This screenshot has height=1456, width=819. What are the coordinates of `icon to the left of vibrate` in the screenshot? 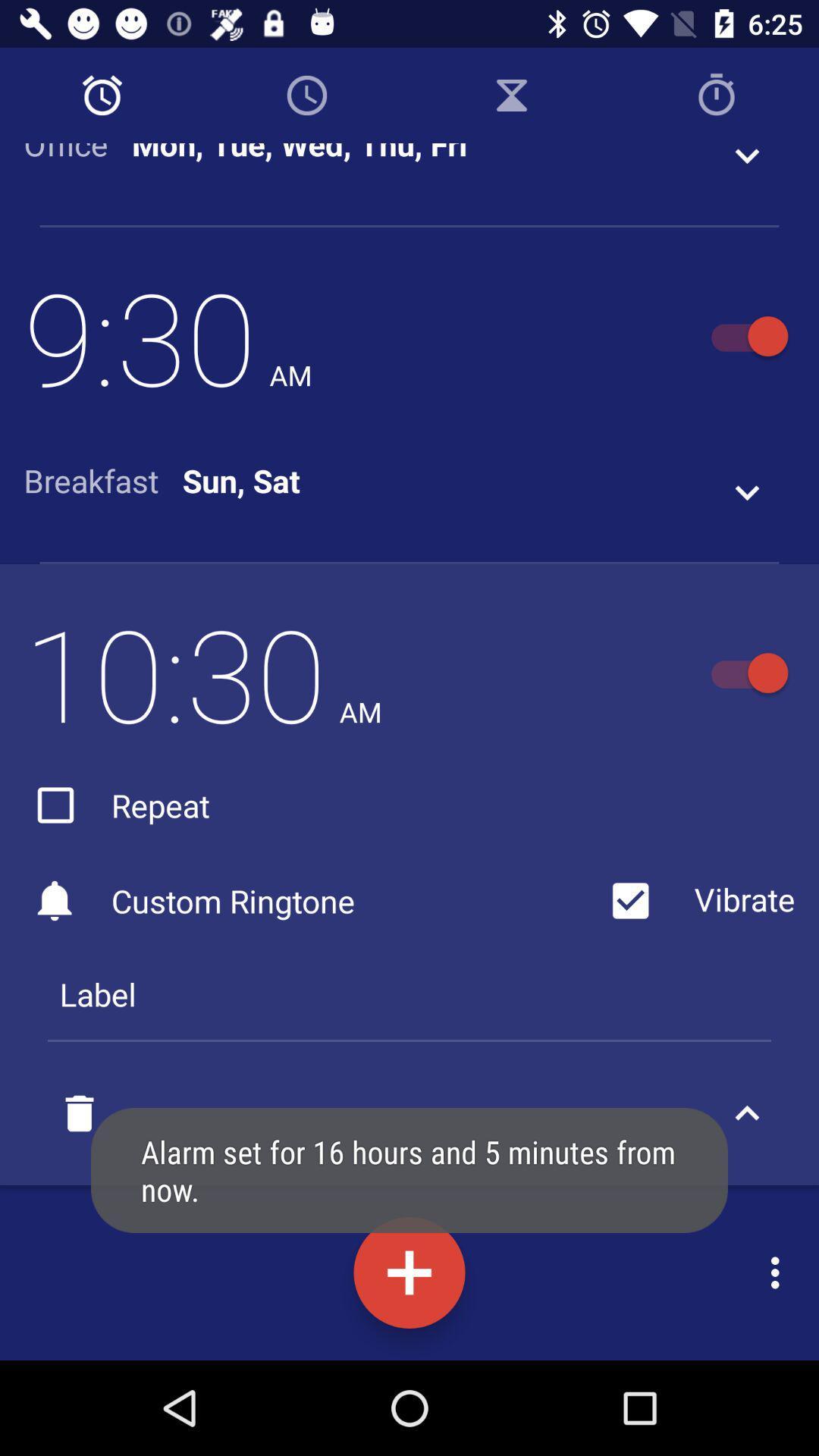 It's located at (116, 804).